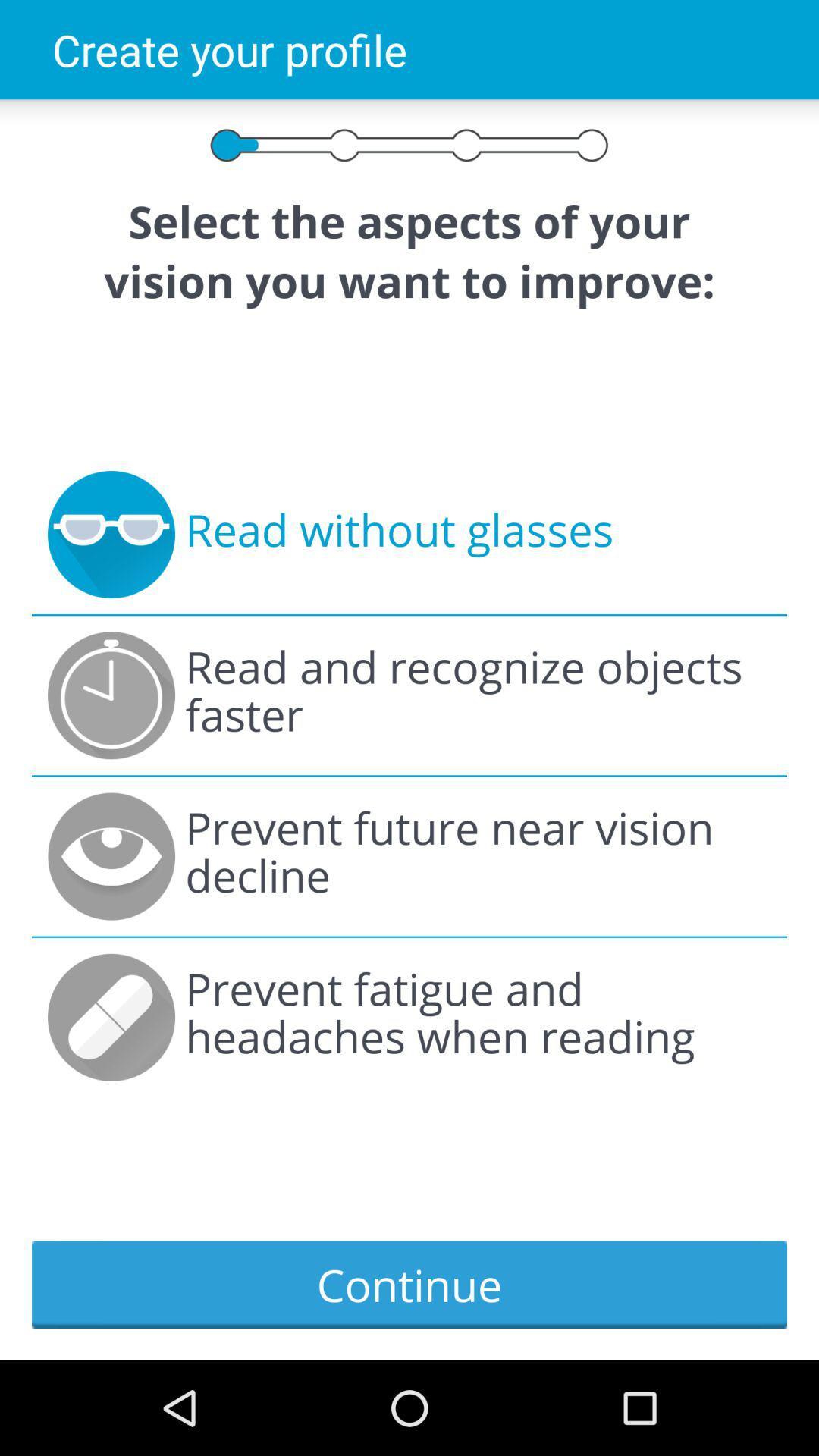 The height and width of the screenshot is (1456, 819). What do you see at coordinates (478, 856) in the screenshot?
I see `prevent future near` at bounding box center [478, 856].